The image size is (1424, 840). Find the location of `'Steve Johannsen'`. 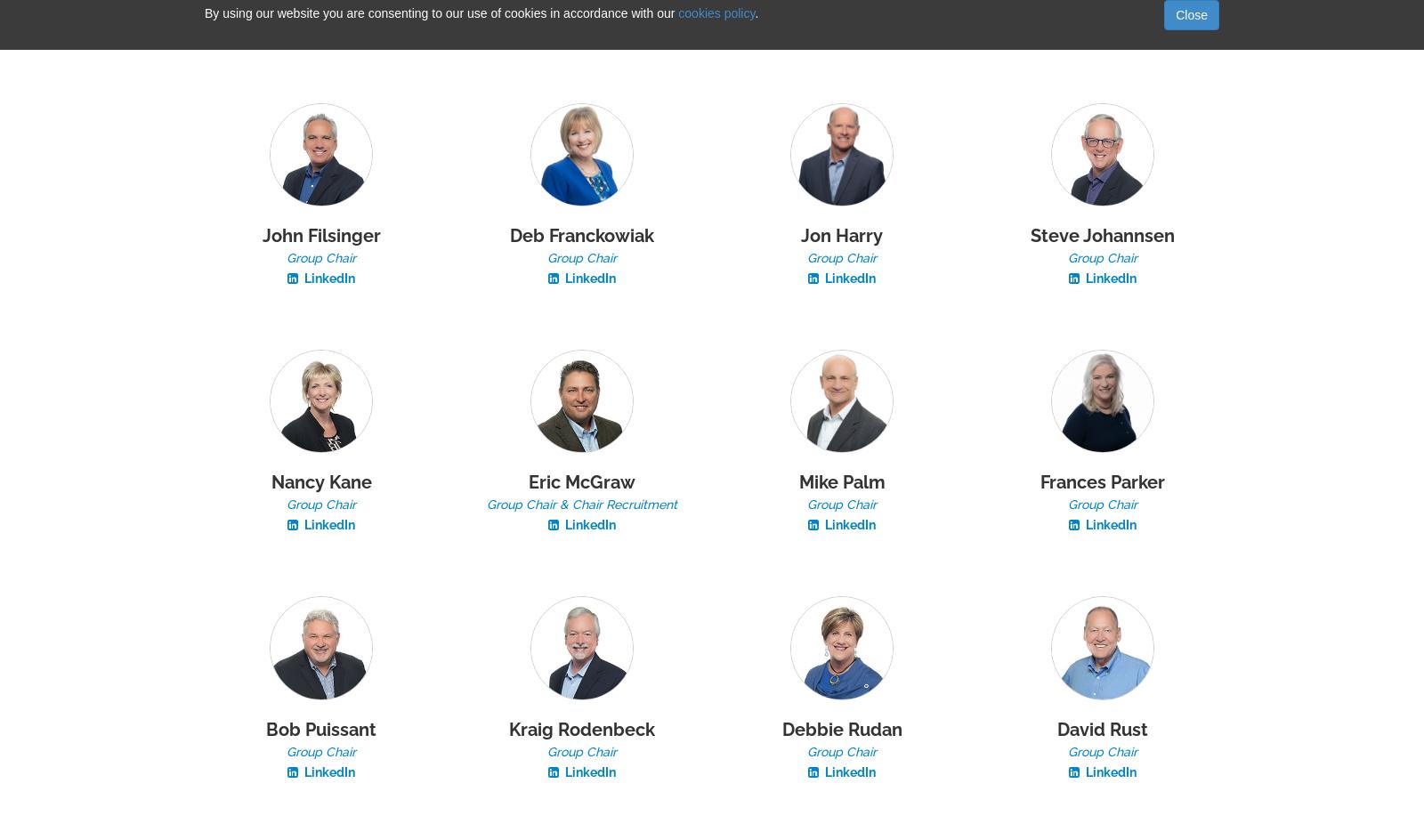

'Steve Johannsen' is located at coordinates (1100, 236).